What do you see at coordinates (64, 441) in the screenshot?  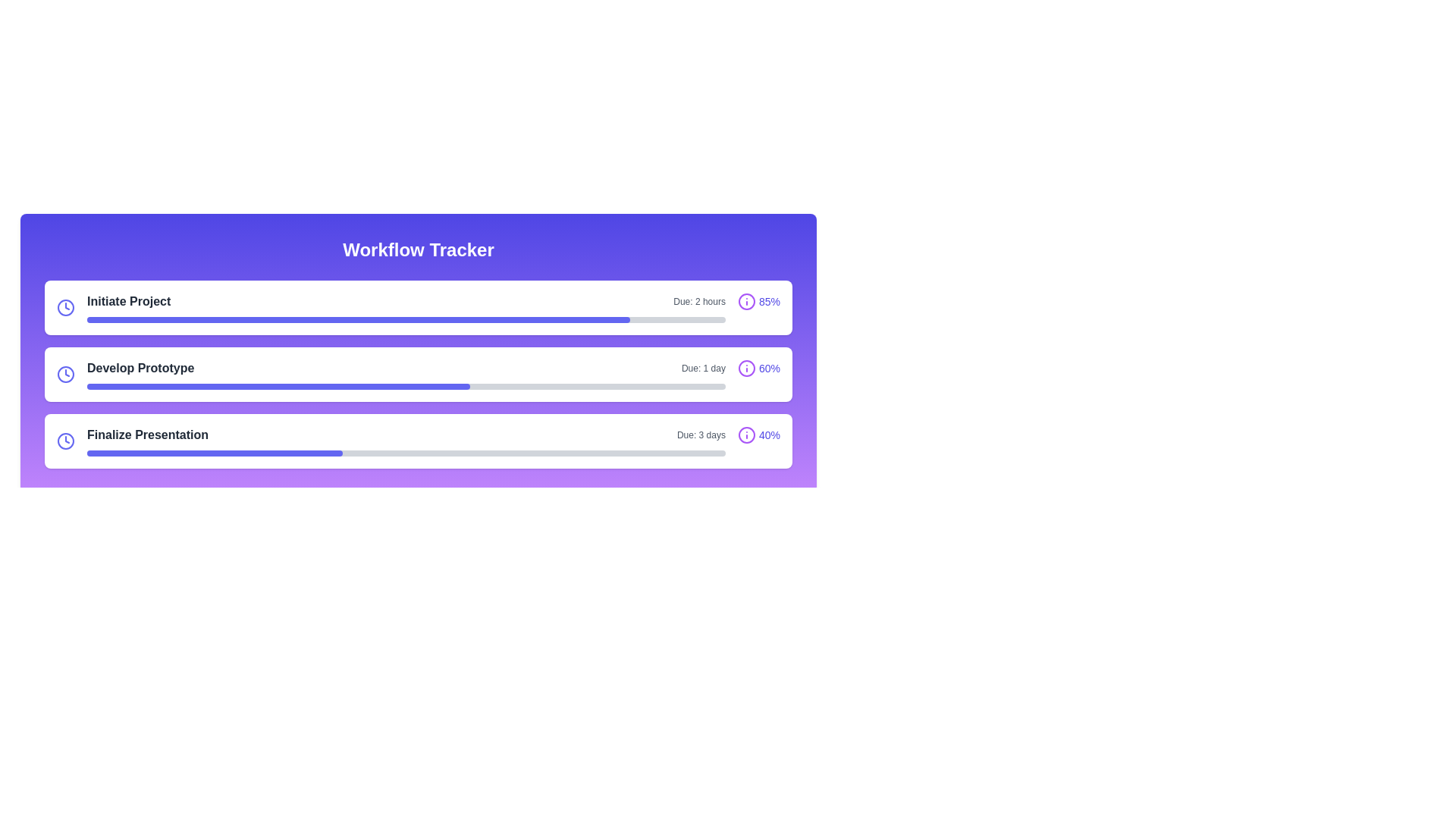 I see `the SVG circle element that serves as the main center of the clock icon within the 'Finalize Presentation' section` at bounding box center [64, 441].